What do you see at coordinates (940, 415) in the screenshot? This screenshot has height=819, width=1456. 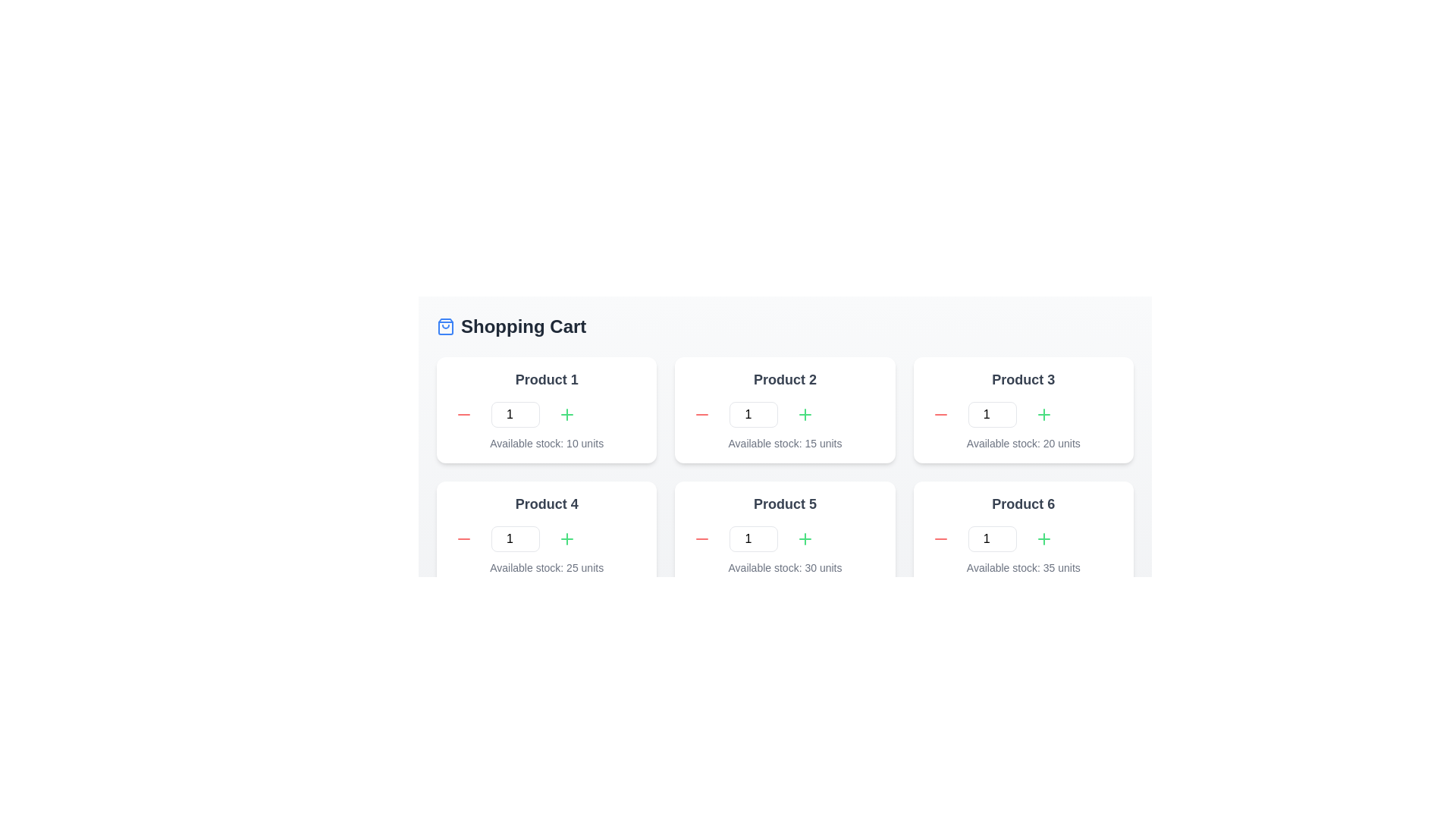 I see `the red decrement button, which resembles a minus sign, located on the left side of the quantity display for 'Product 3'` at bounding box center [940, 415].